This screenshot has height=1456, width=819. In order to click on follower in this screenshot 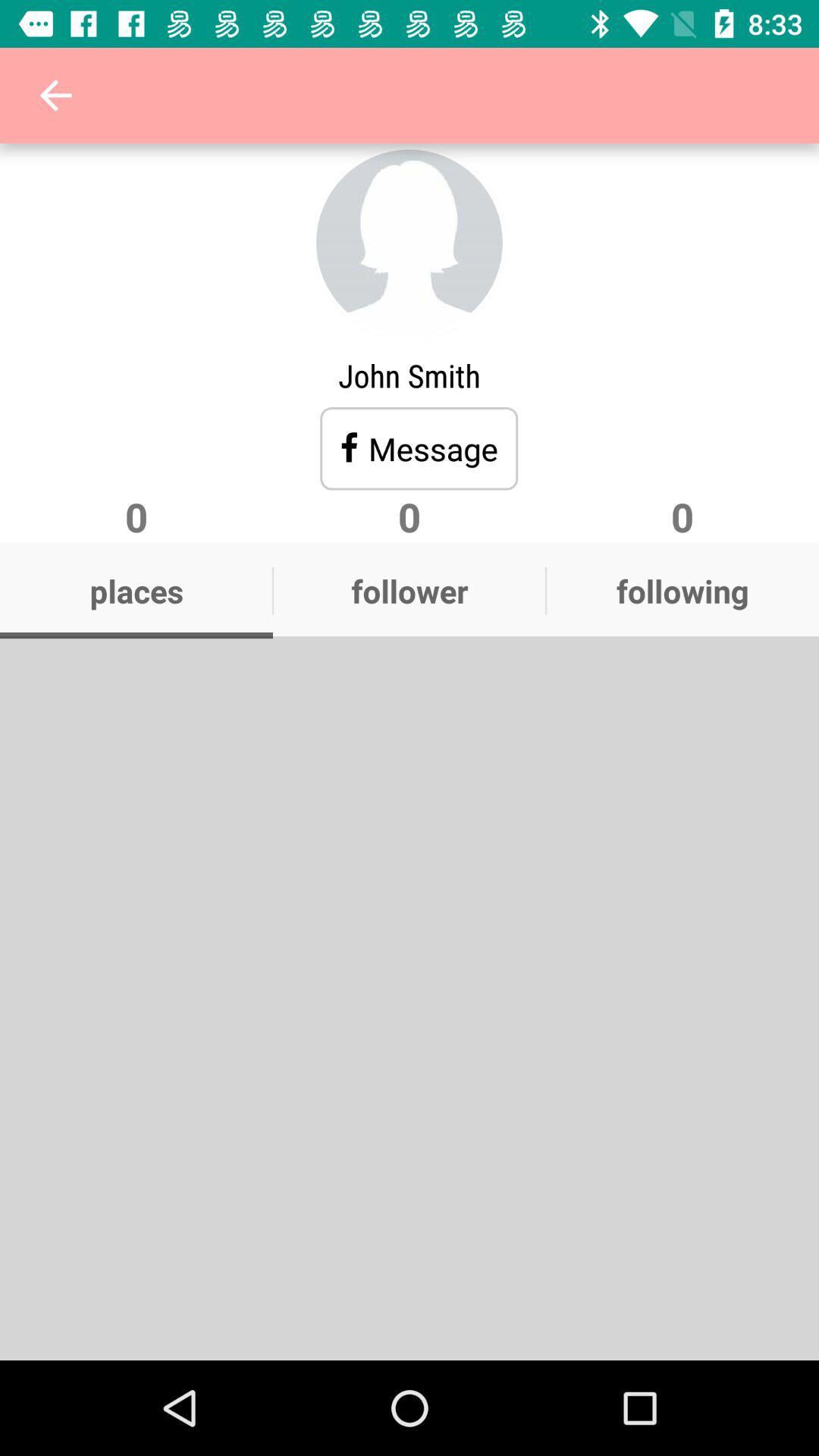, I will do `click(409, 590)`.